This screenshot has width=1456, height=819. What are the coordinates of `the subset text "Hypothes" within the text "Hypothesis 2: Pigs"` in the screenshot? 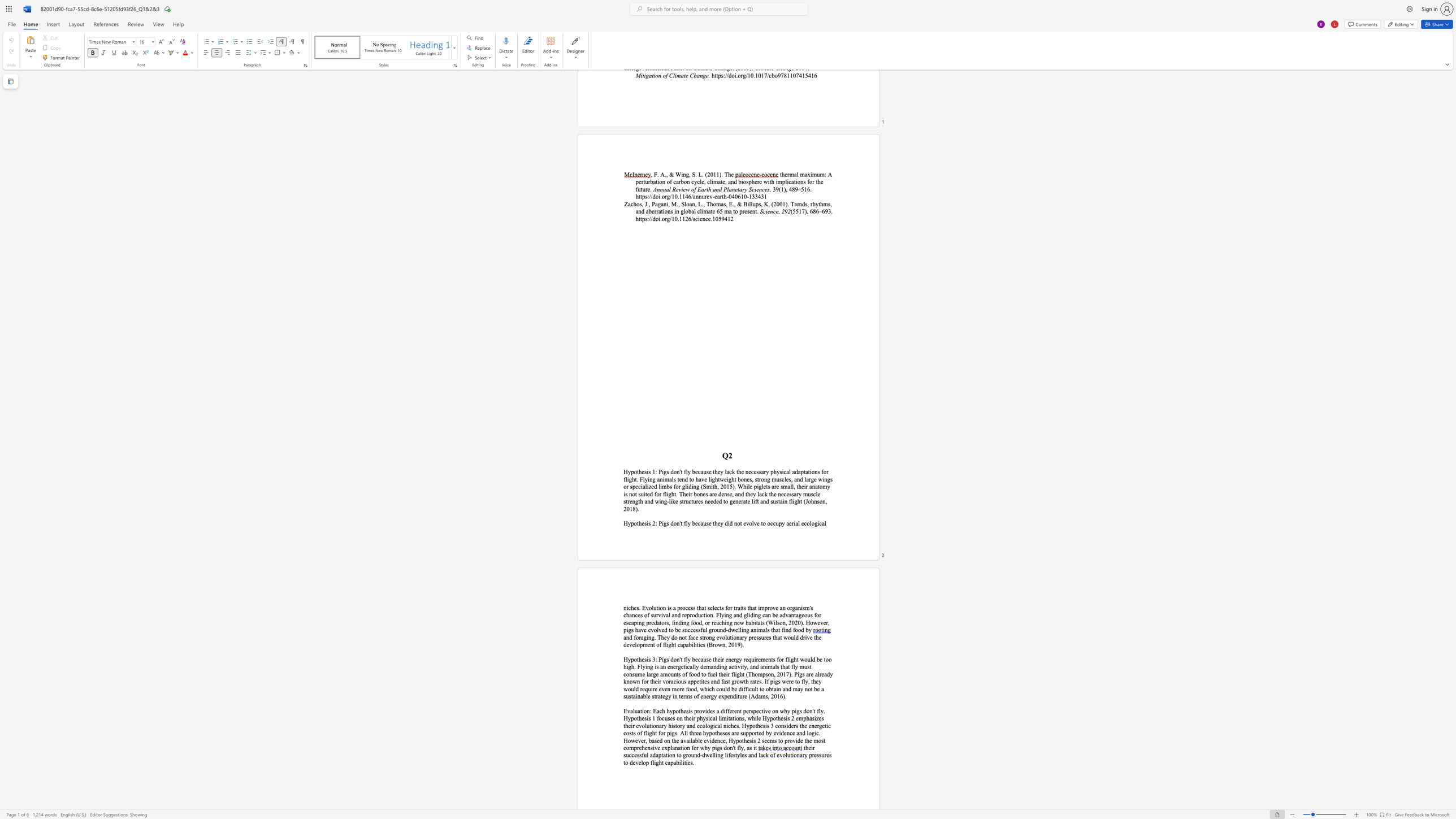 It's located at (623, 522).